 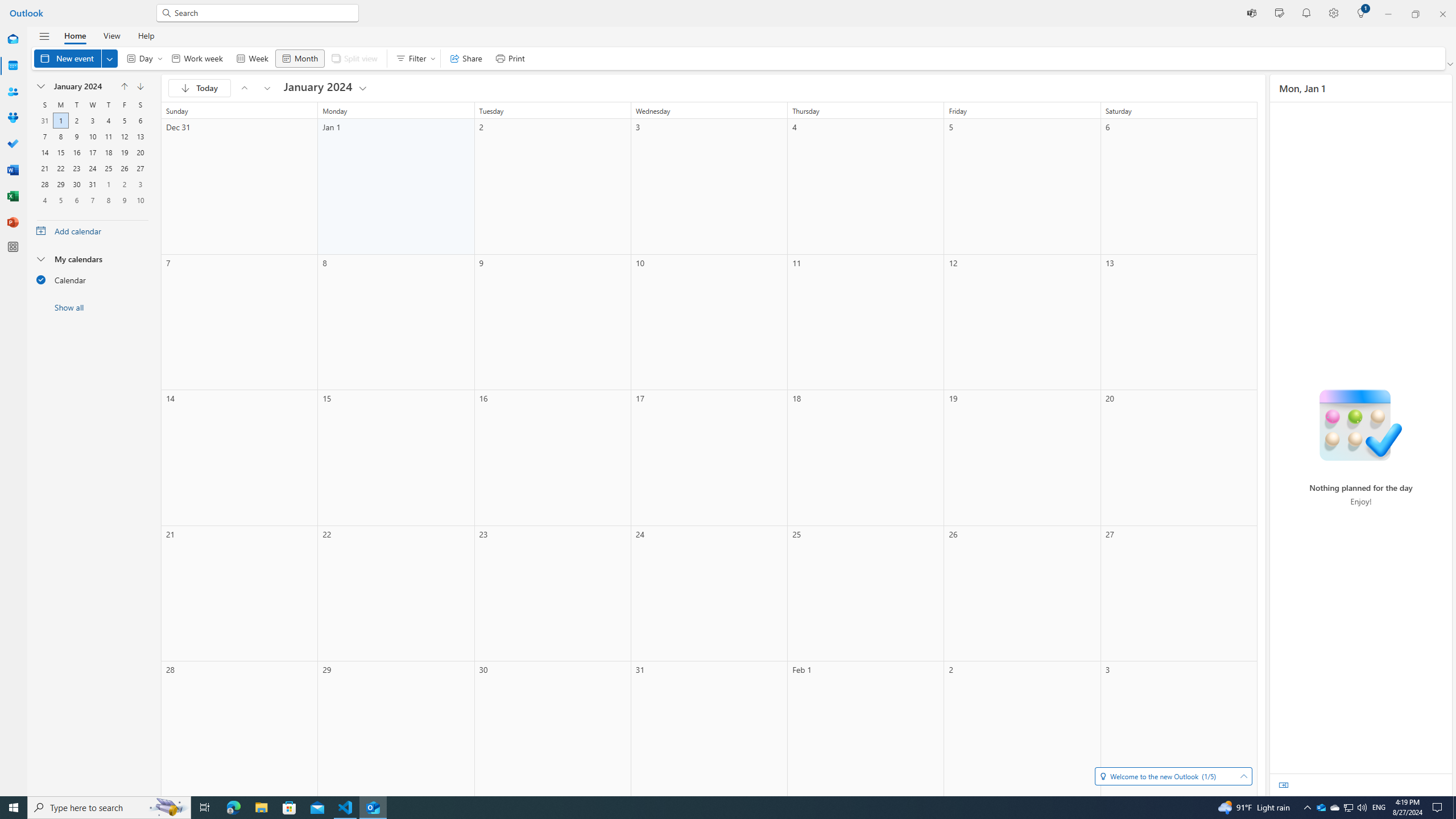 I want to click on 'System', so click(x=6, y=5).